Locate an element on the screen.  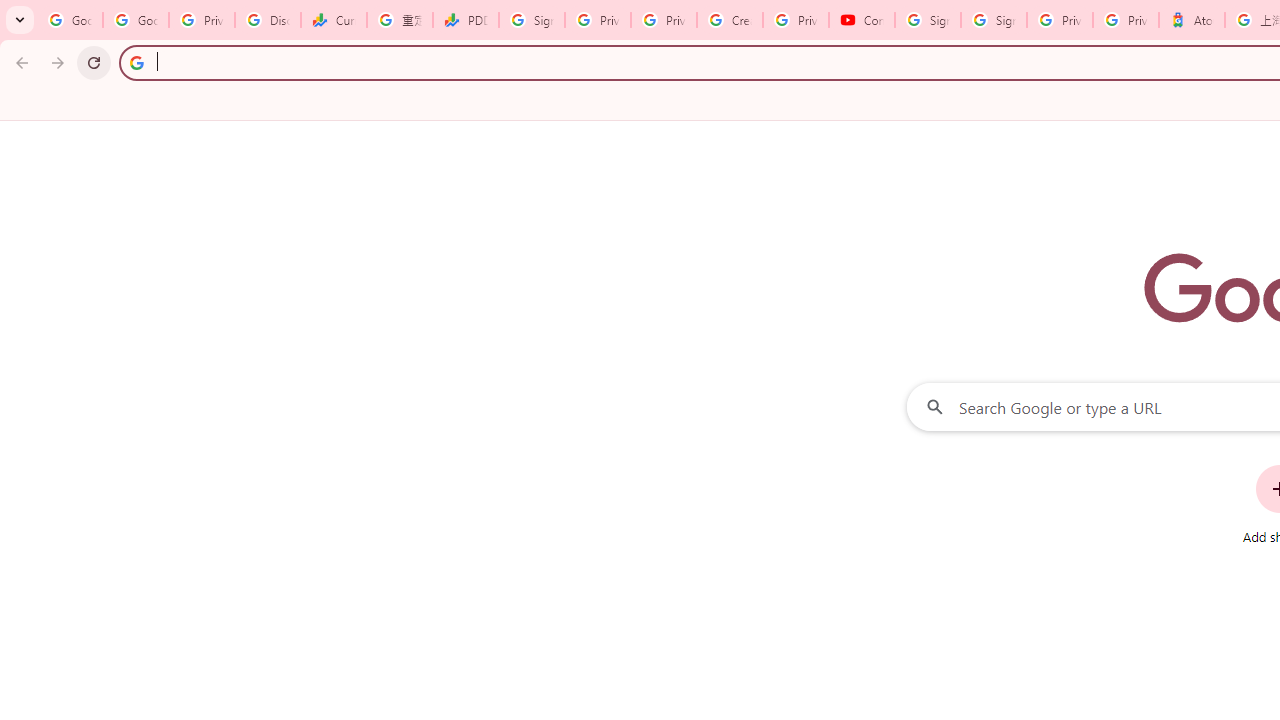
'Google Workspace Admin Community' is located at coordinates (70, 20).